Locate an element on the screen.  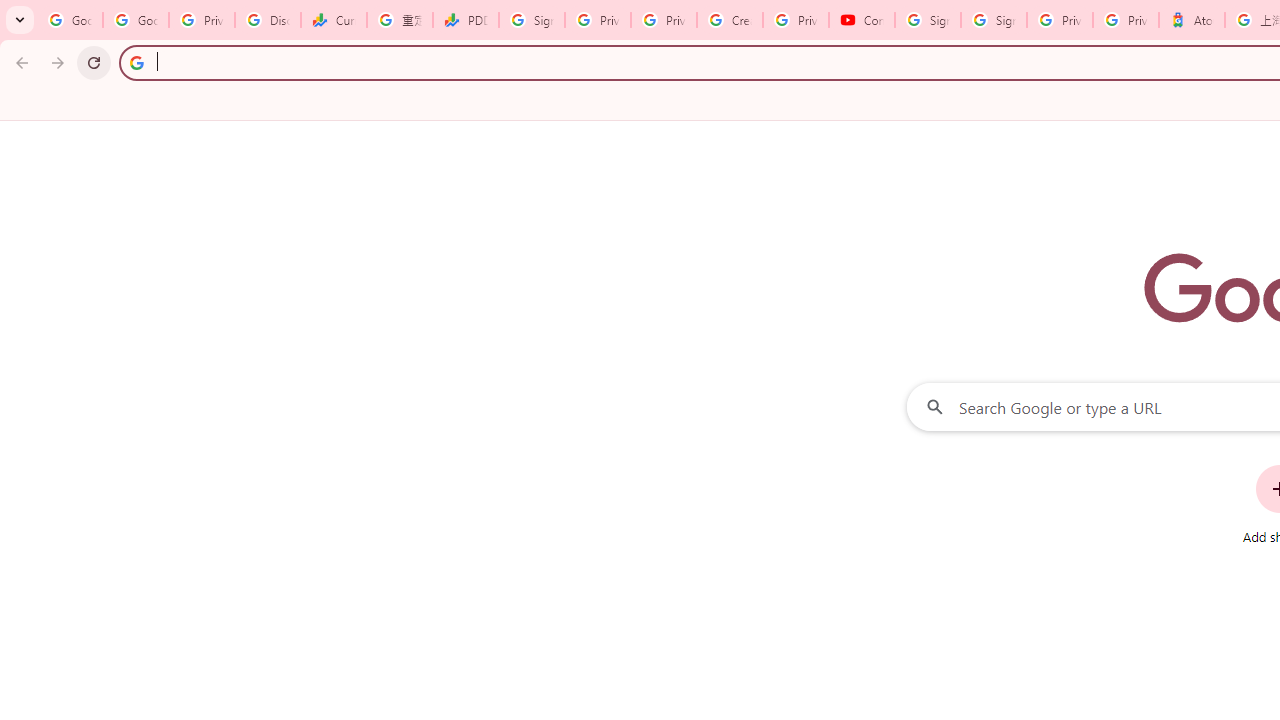
'Google Workspace Admin Community' is located at coordinates (70, 20).